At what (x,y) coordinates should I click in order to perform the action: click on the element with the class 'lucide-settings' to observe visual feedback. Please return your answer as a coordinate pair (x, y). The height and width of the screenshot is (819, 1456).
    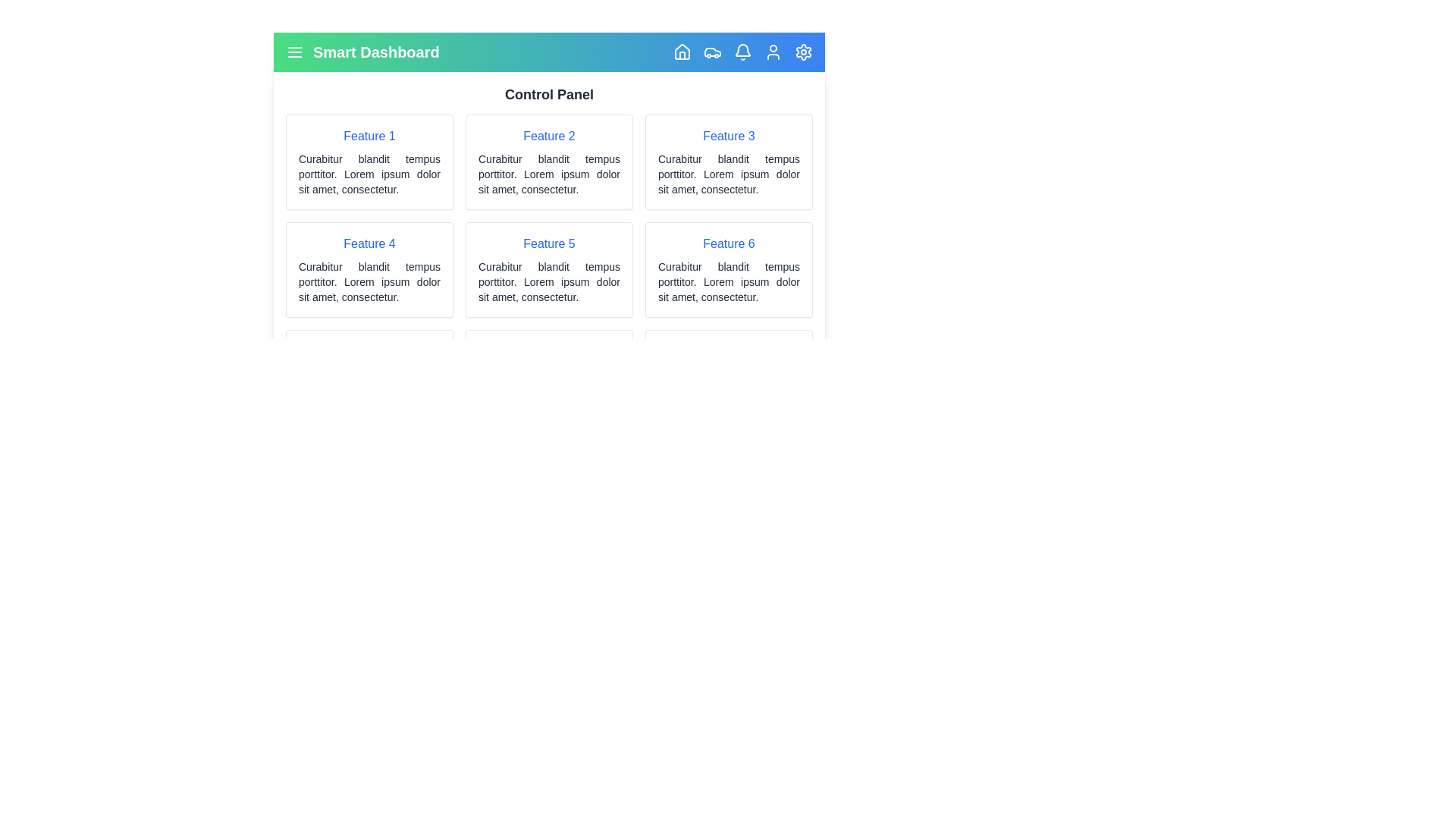
    Looking at the image, I should click on (803, 52).